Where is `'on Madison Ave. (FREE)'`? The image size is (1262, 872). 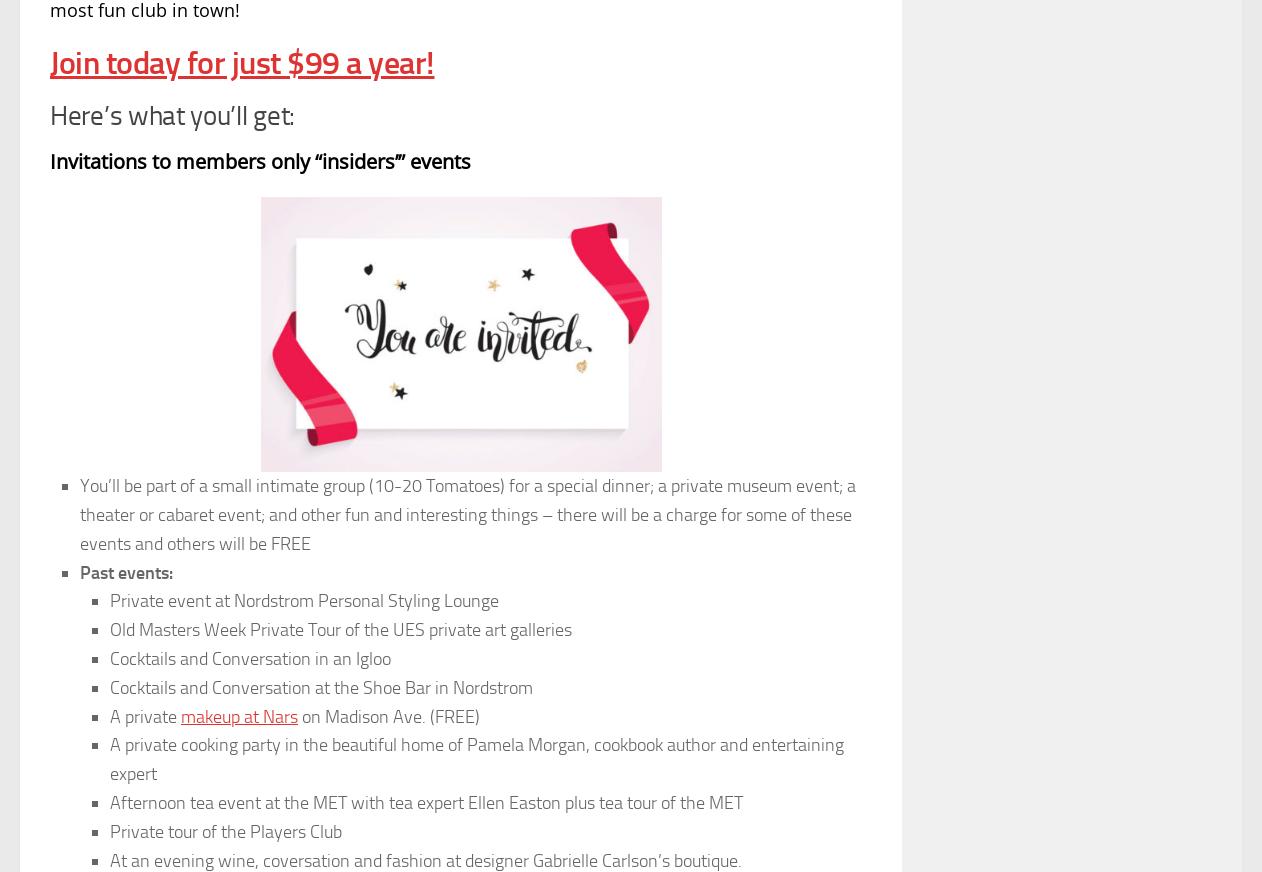
'on Madison Ave. (FREE)' is located at coordinates (388, 714).